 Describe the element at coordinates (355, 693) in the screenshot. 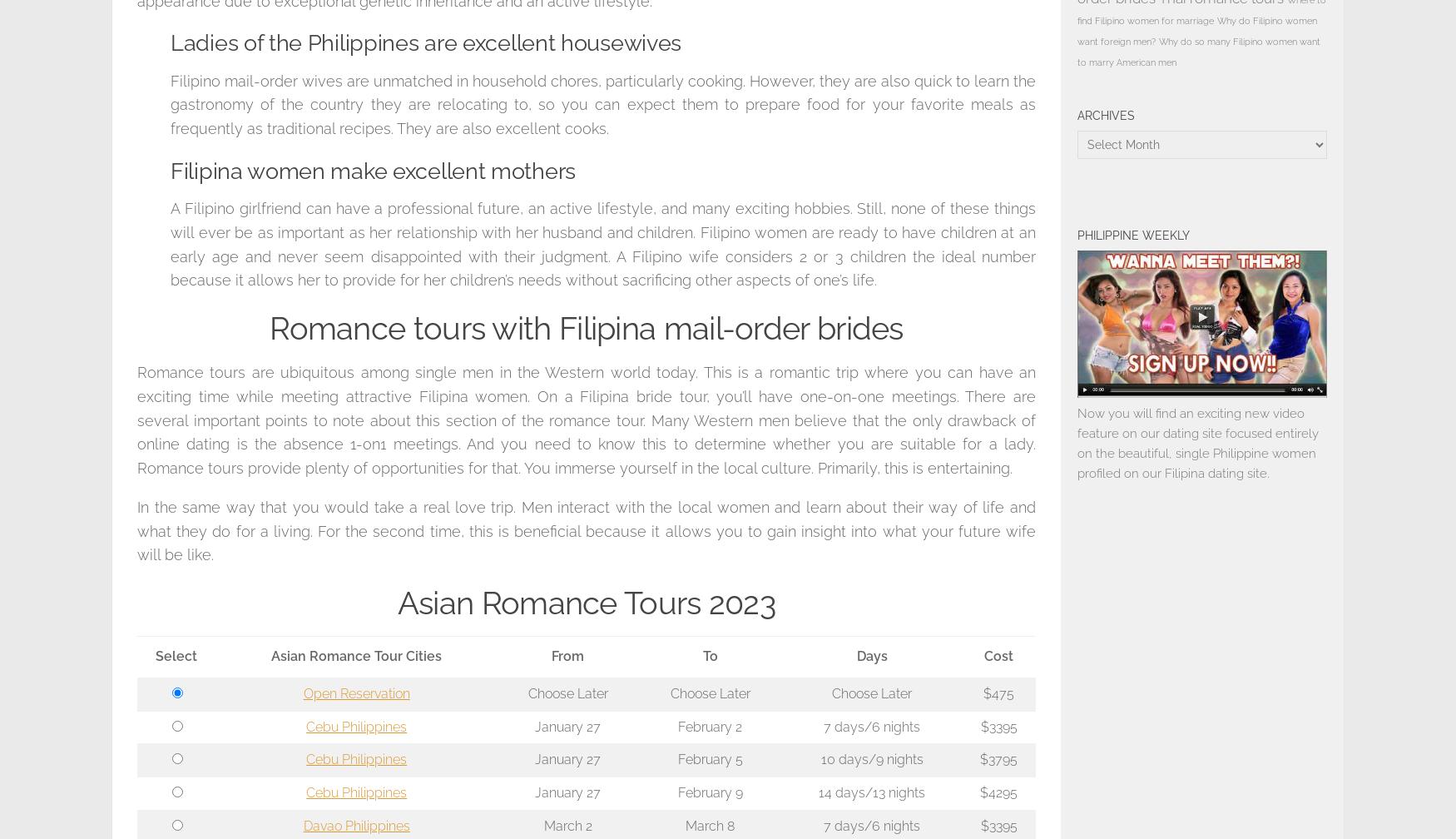

I see `'Open Reservation'` at that location.